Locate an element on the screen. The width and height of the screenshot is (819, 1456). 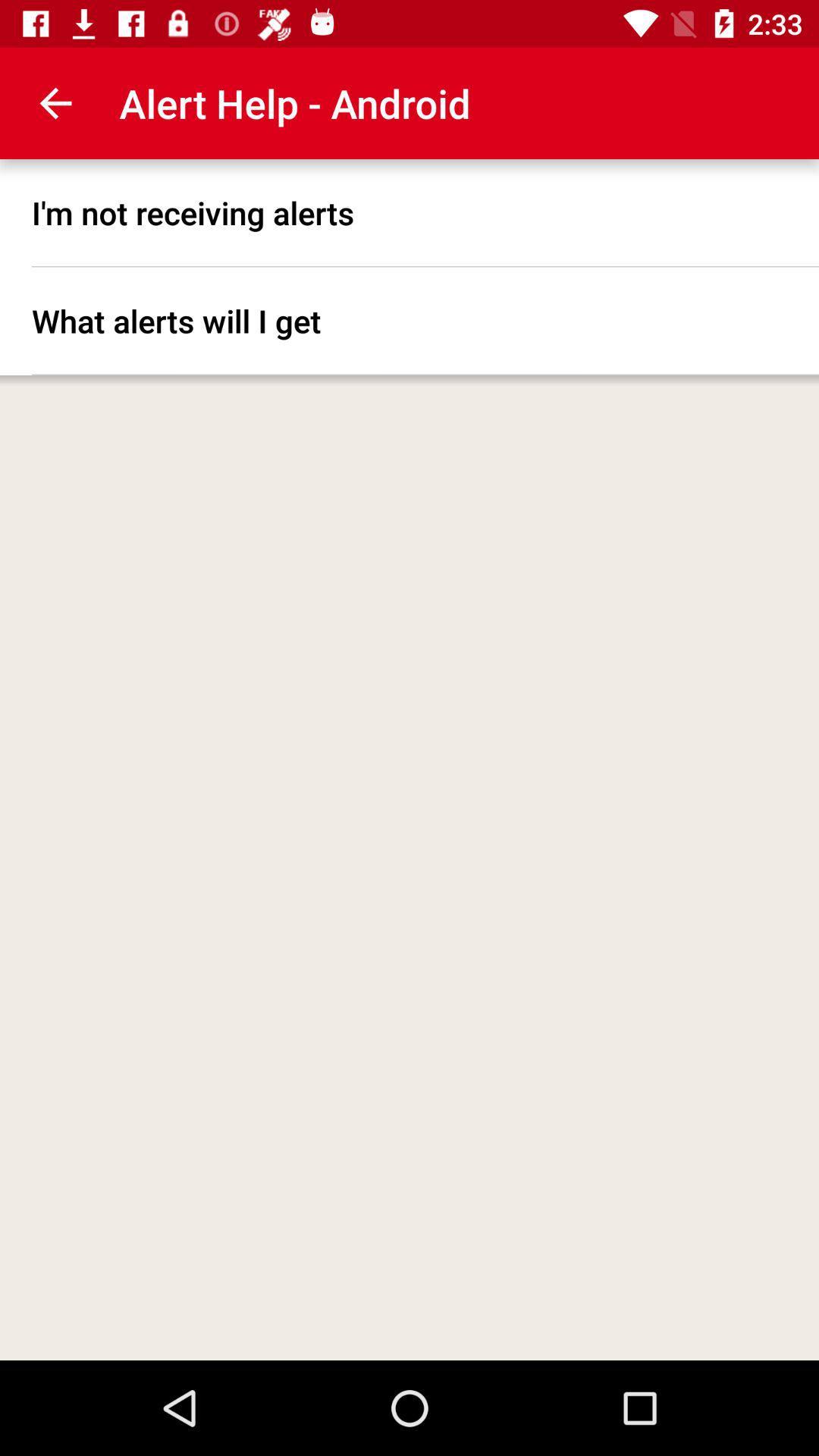
icon next to alert help - android app is located at coordinates (55, 102).